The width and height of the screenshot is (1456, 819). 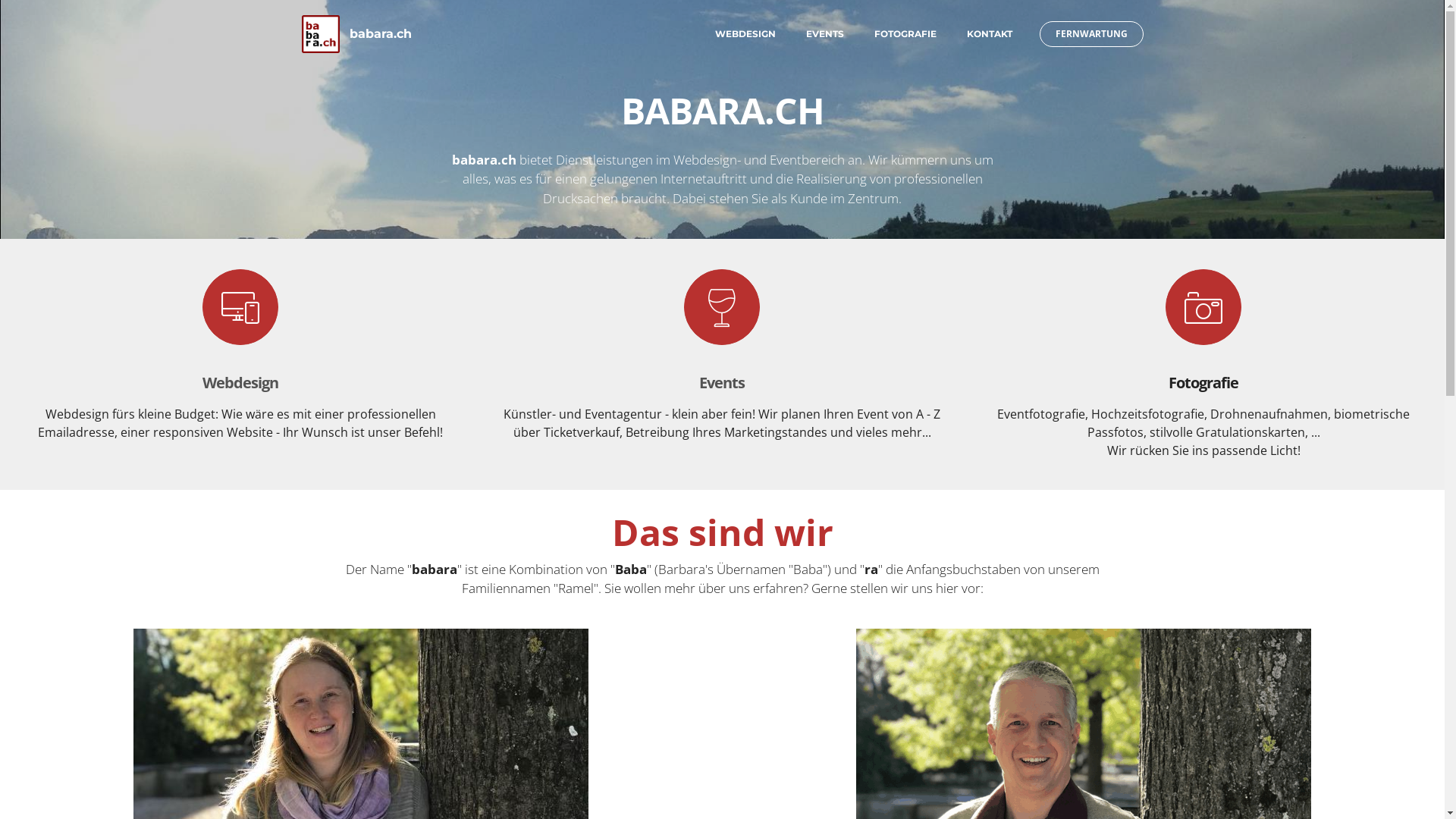 What do you see at coordinates (823, 34) in the screenshot?
I see `'EVENTS'` at bounding box center [823, 34].